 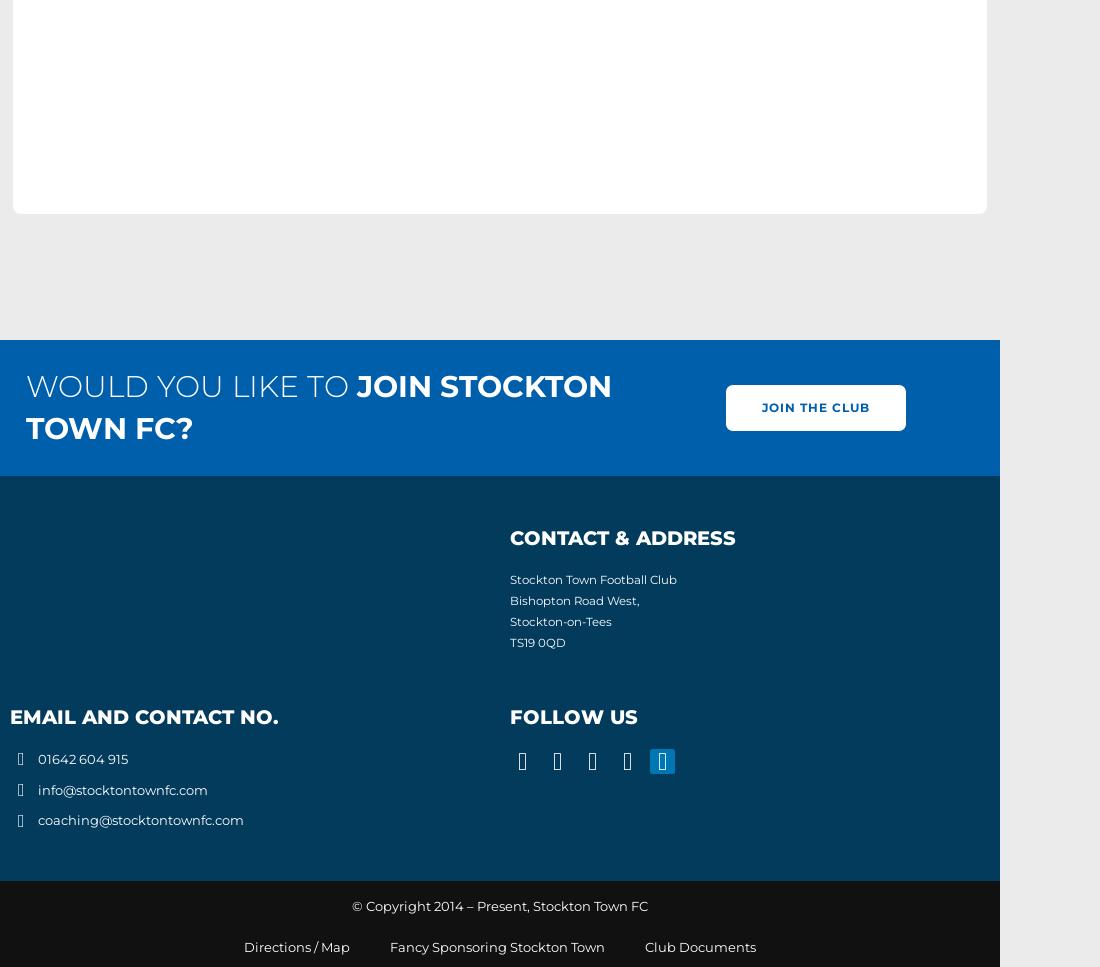 I want to click on 'info@stocktontownfc.com', so click(x=121, y=787).